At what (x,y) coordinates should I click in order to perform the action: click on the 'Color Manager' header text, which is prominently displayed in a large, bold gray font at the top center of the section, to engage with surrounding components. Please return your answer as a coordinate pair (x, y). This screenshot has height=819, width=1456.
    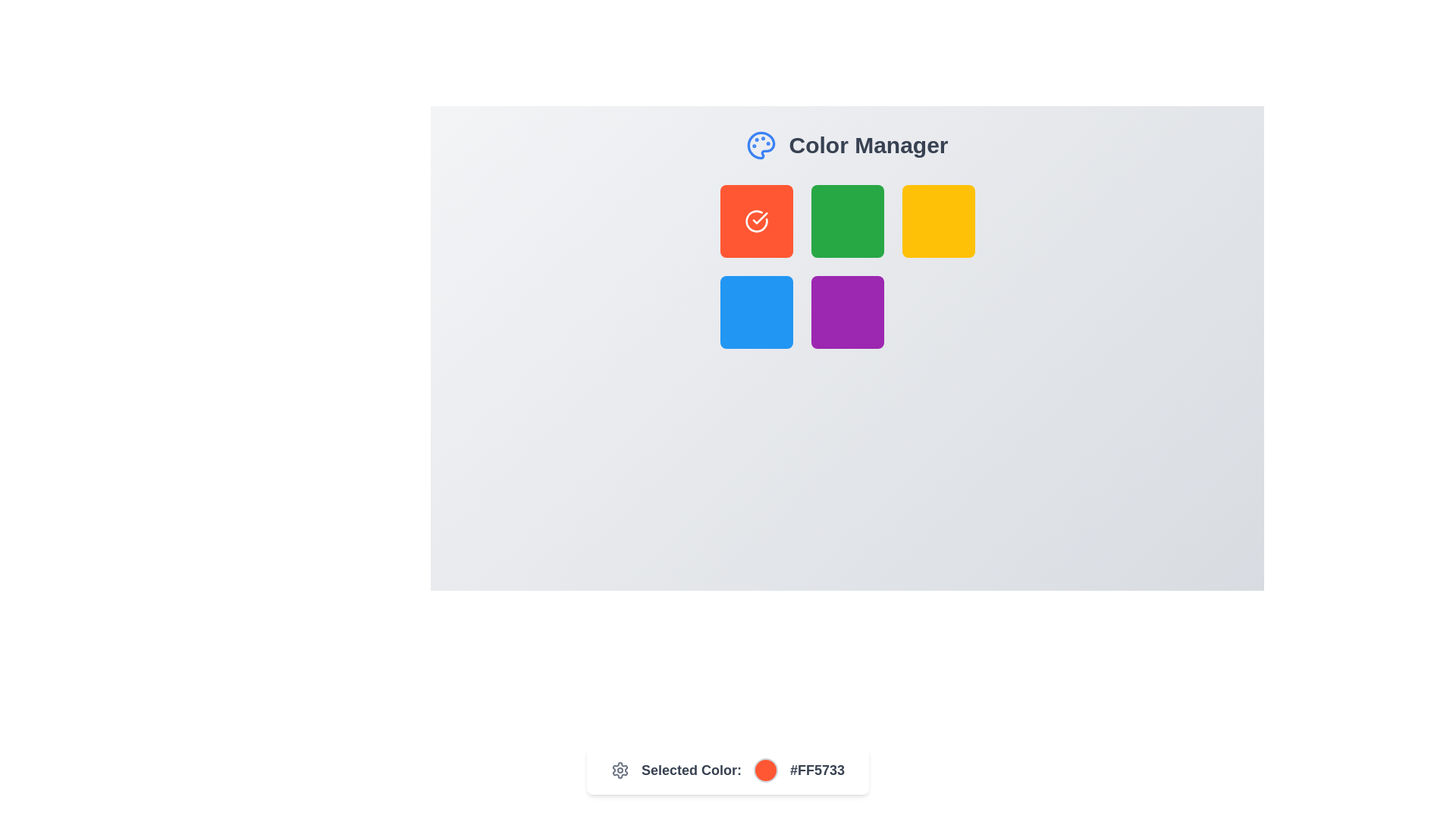
    Looking at the image, I should click on (868, 146).